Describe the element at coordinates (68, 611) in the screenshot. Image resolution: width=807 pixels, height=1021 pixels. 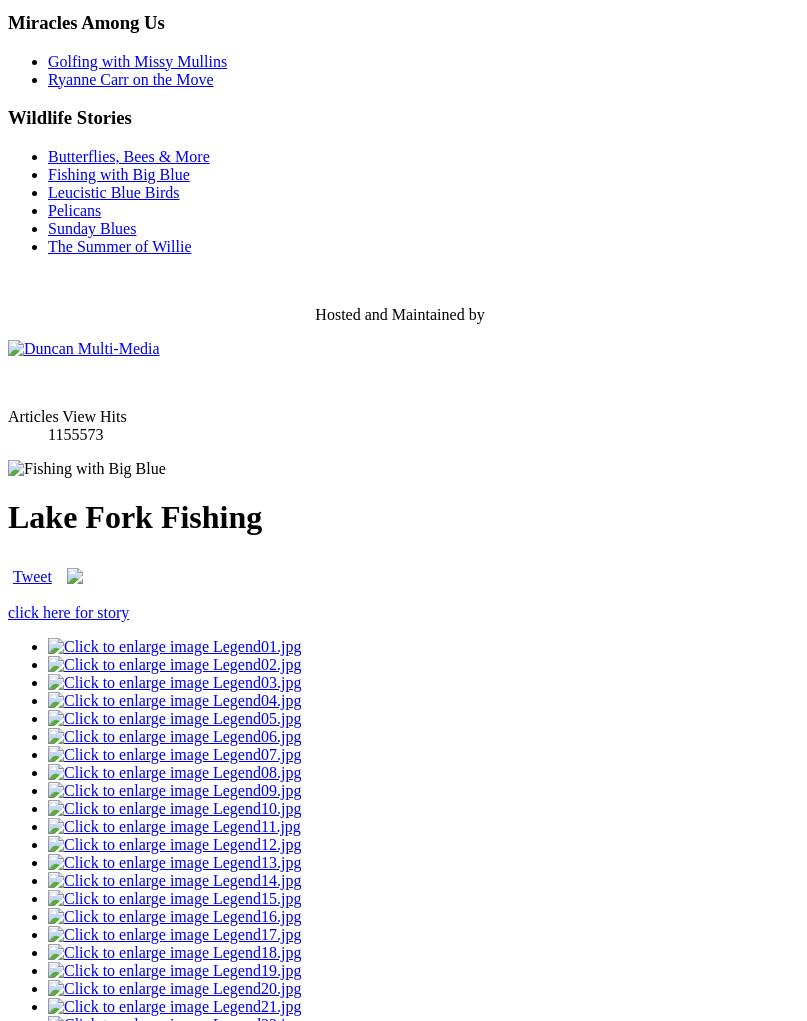
I see `'click here for story'` at that location.